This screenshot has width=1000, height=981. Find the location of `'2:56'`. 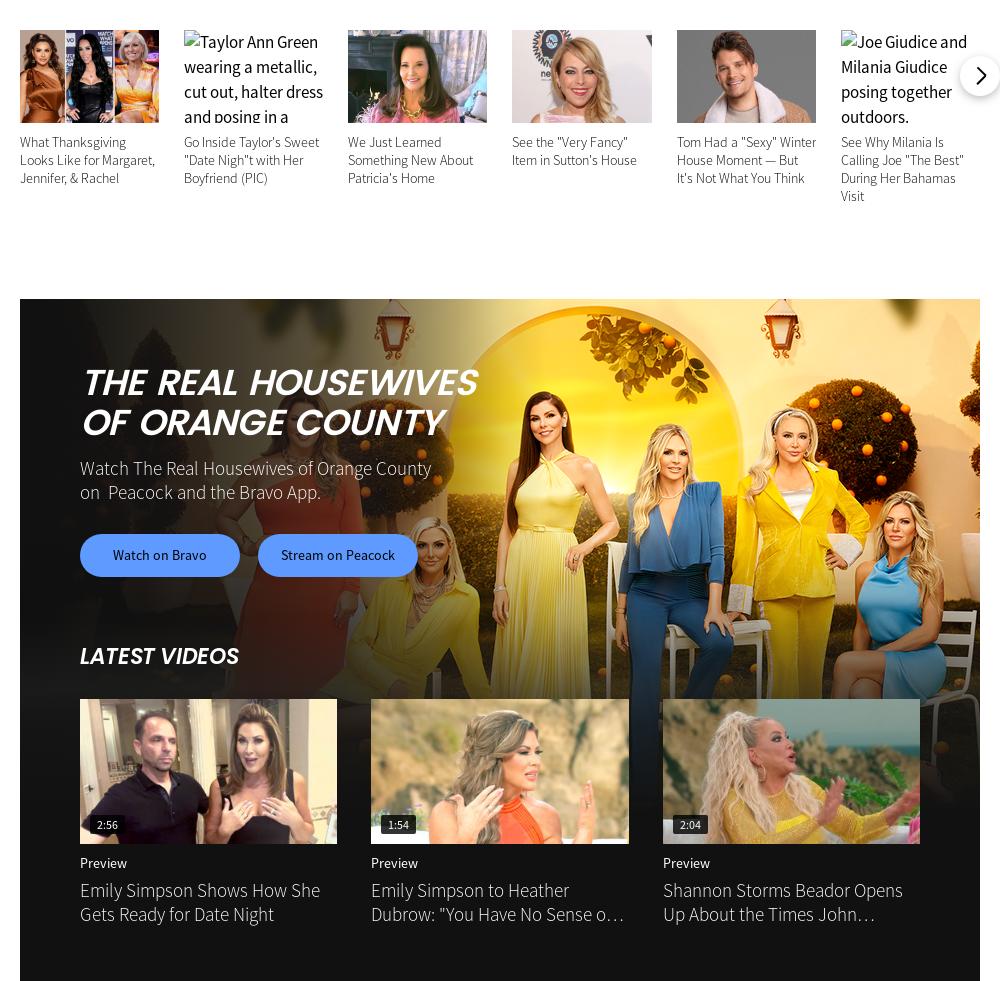

'2:56' is located at coordinates (106, 823).